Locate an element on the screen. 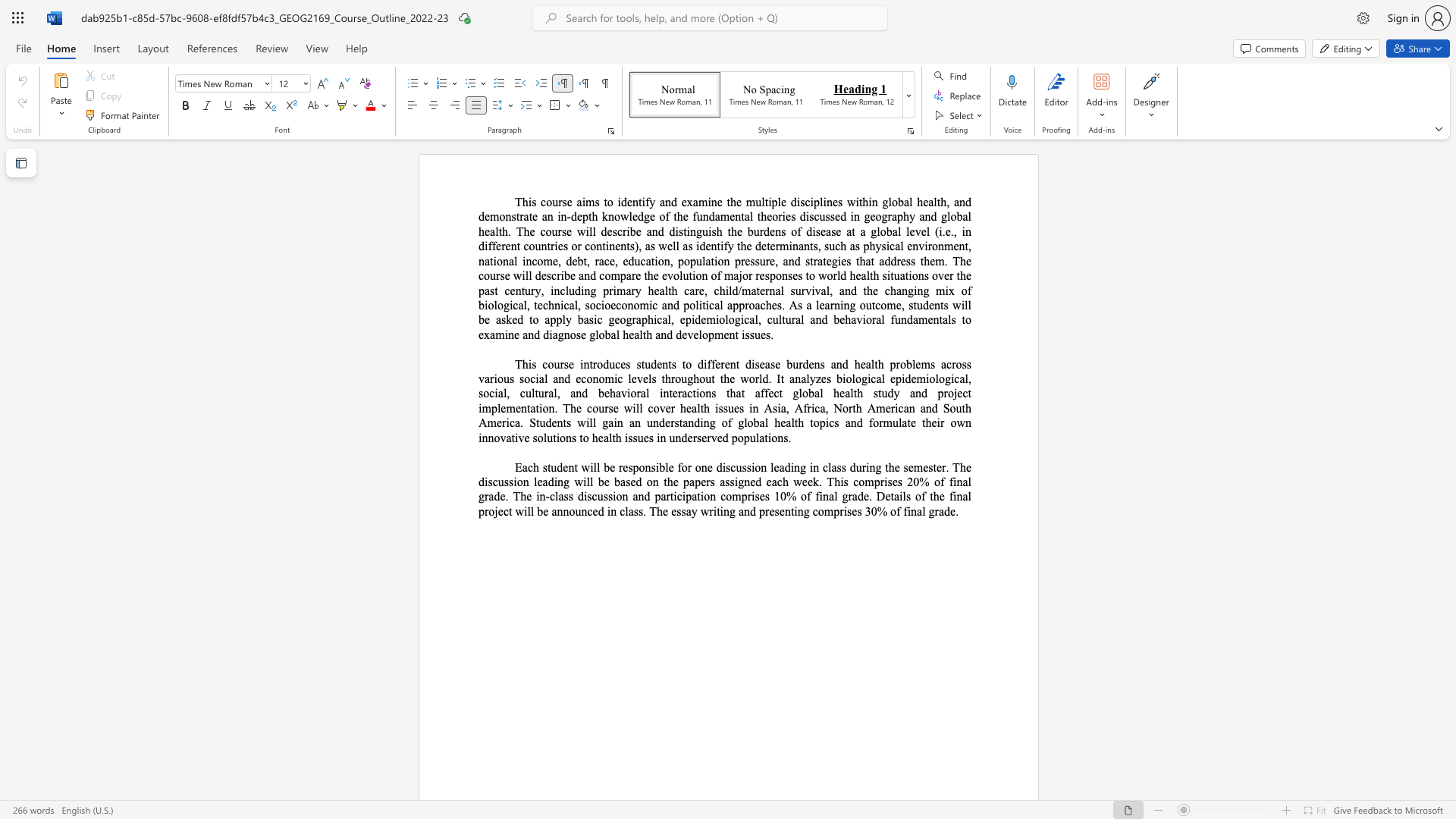 The height and width of the screenshot is (819, 1456). the subset text "he essay writing and presenting comprises 30% of fi" within the text "project will be announced in class. The essay writing and presenting comprises 30% of final grade." is located at coordinates (657, 511).